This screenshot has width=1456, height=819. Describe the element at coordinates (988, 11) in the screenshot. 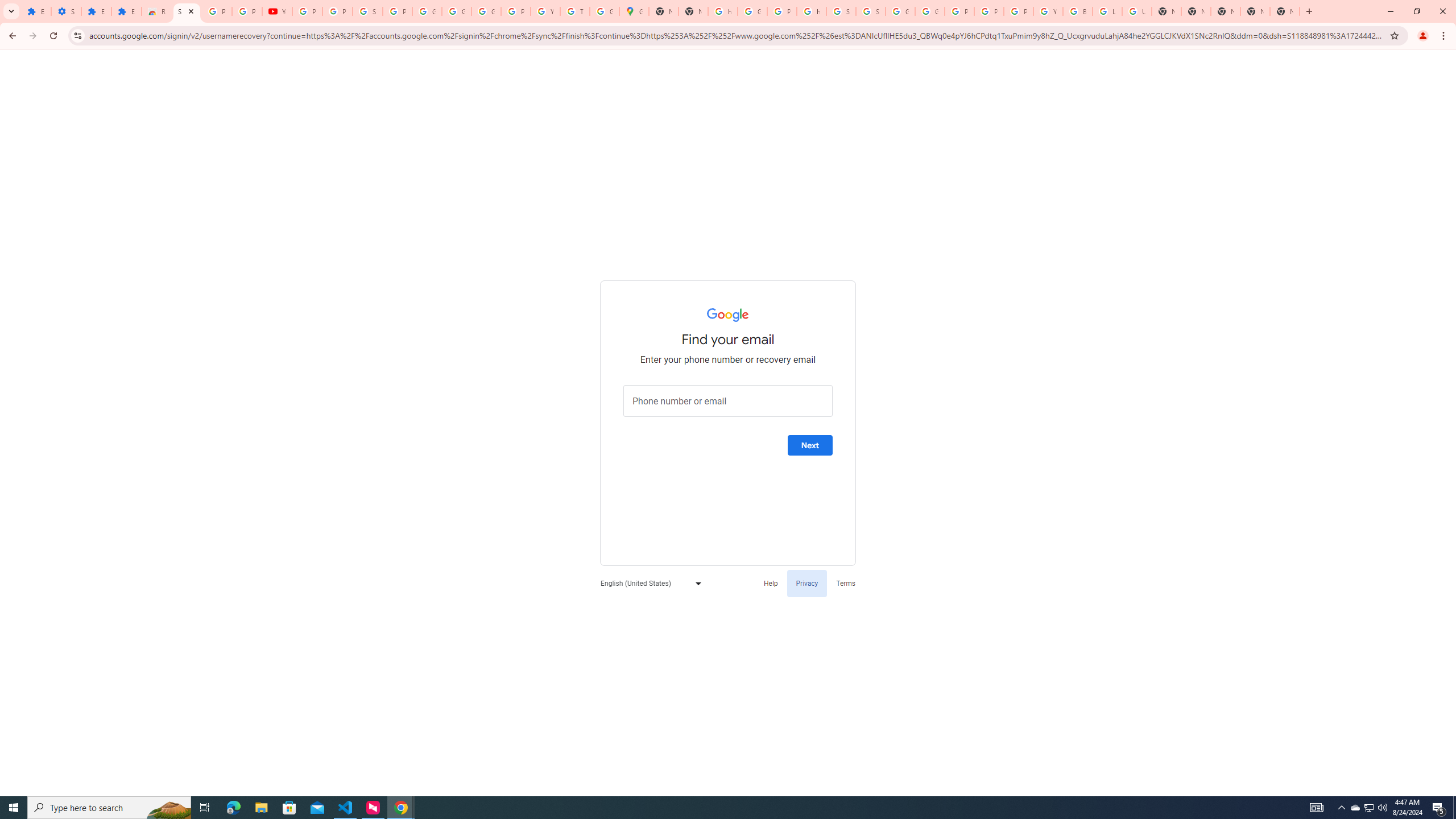

I see `'Privacy Help Center - Policies Help'` at that location.